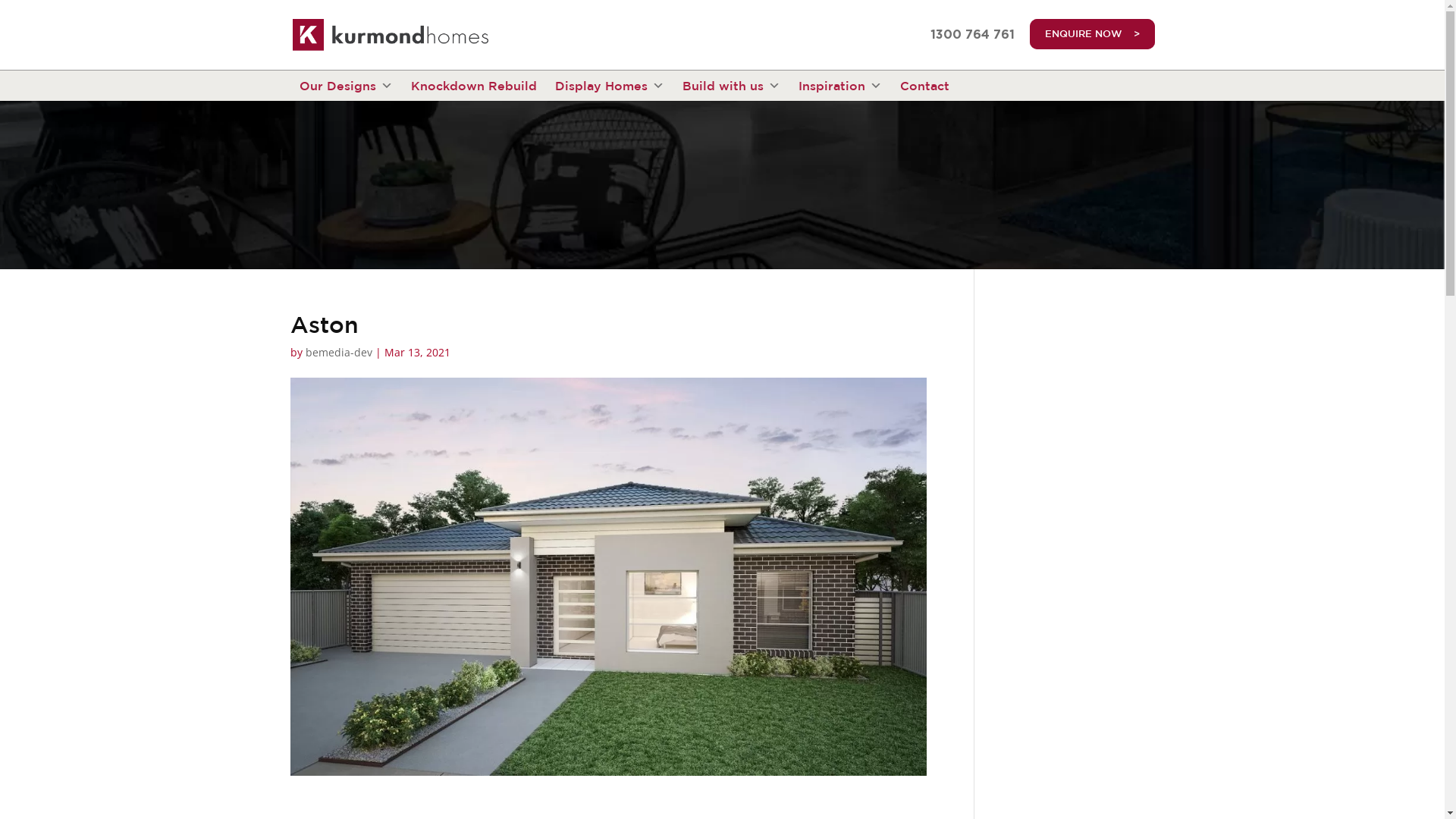  I want to click on 'bemedia-dev', so click(337, 352).